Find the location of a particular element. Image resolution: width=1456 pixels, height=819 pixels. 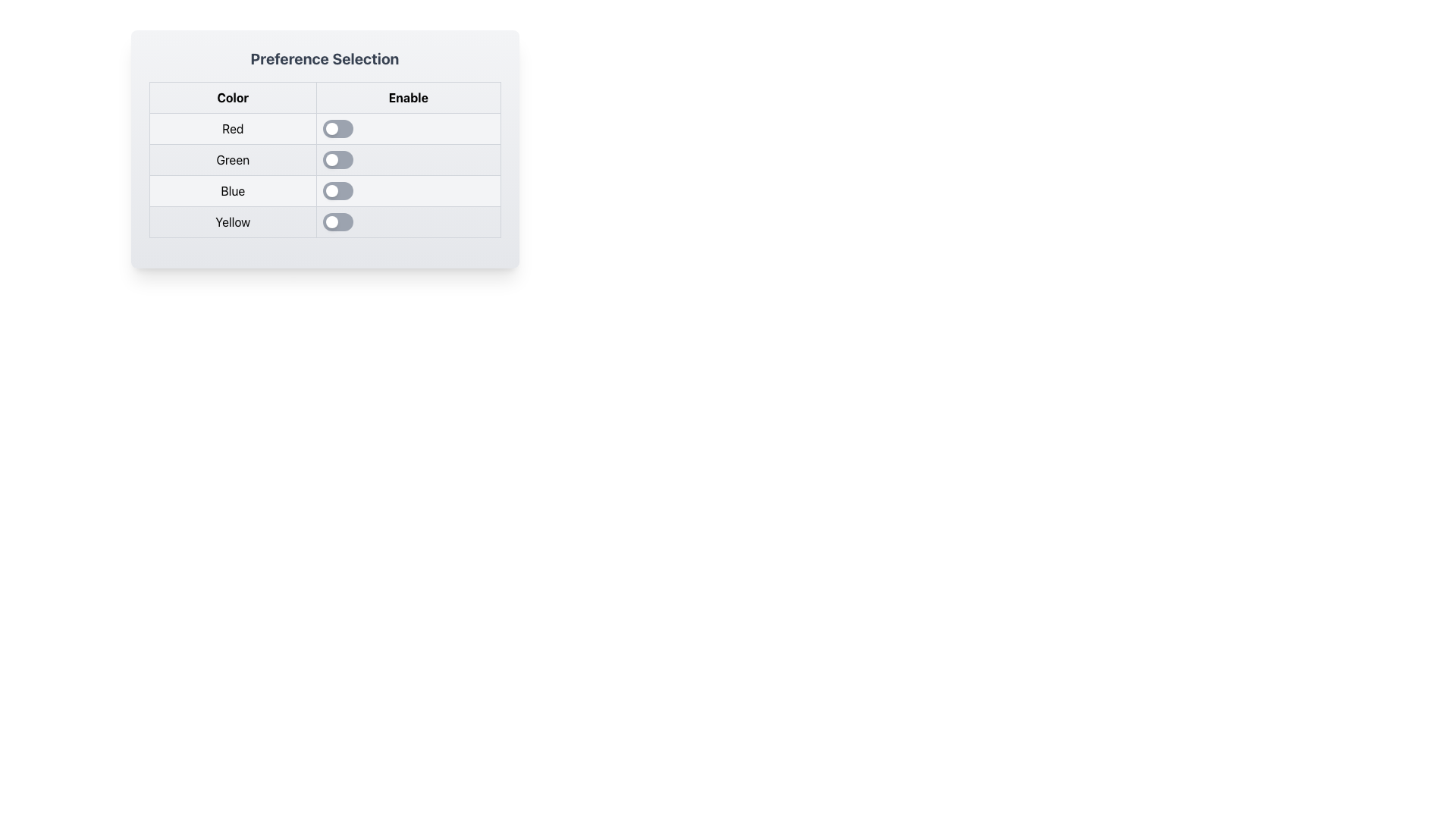

the static text label displaying 'Blue', which is located in the first column of a table row between 'Green' and 'Yellow' is located at coordinates (232, 190).